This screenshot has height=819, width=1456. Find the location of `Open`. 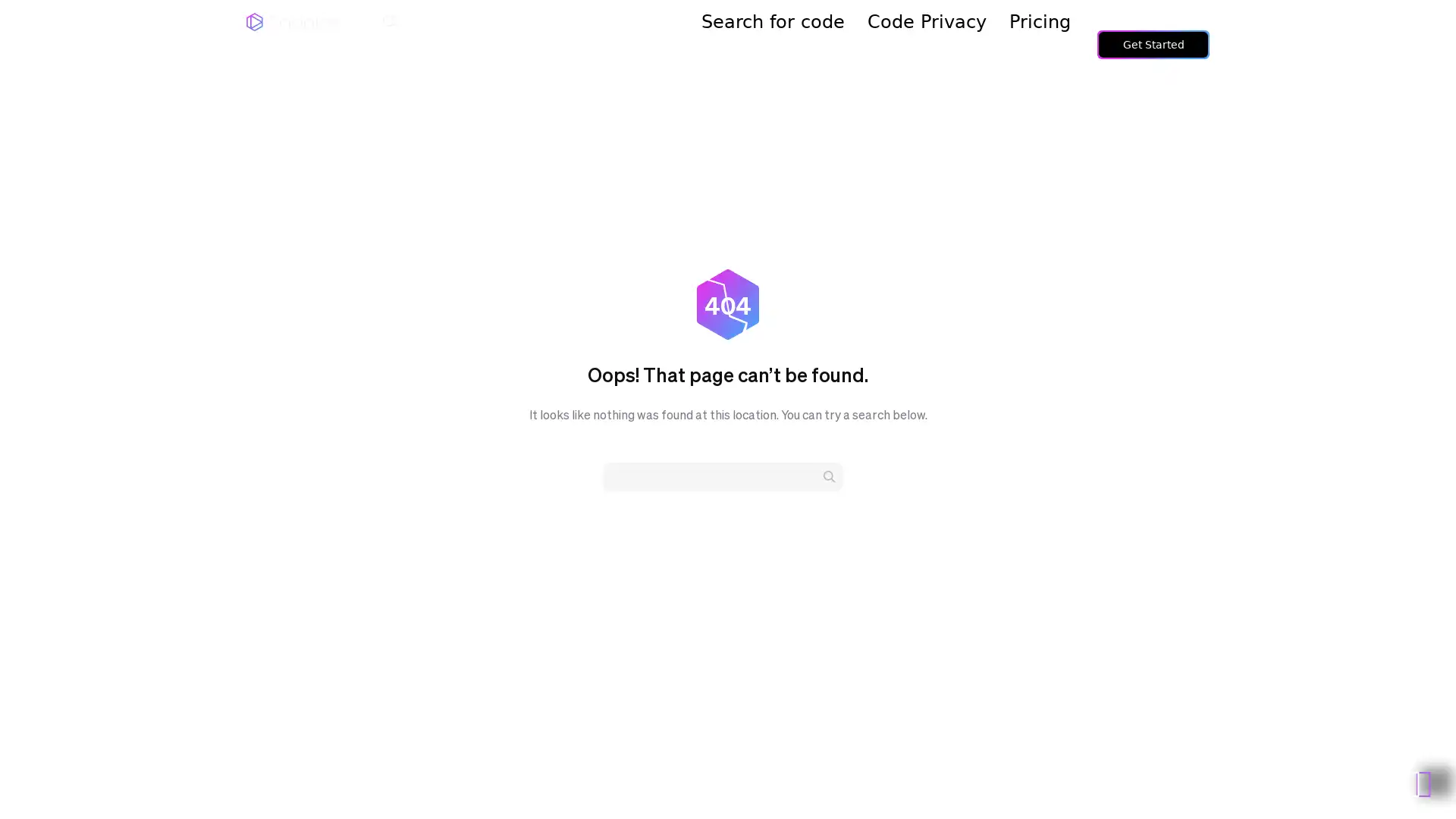

Open is located at coordinates (1410, 778).